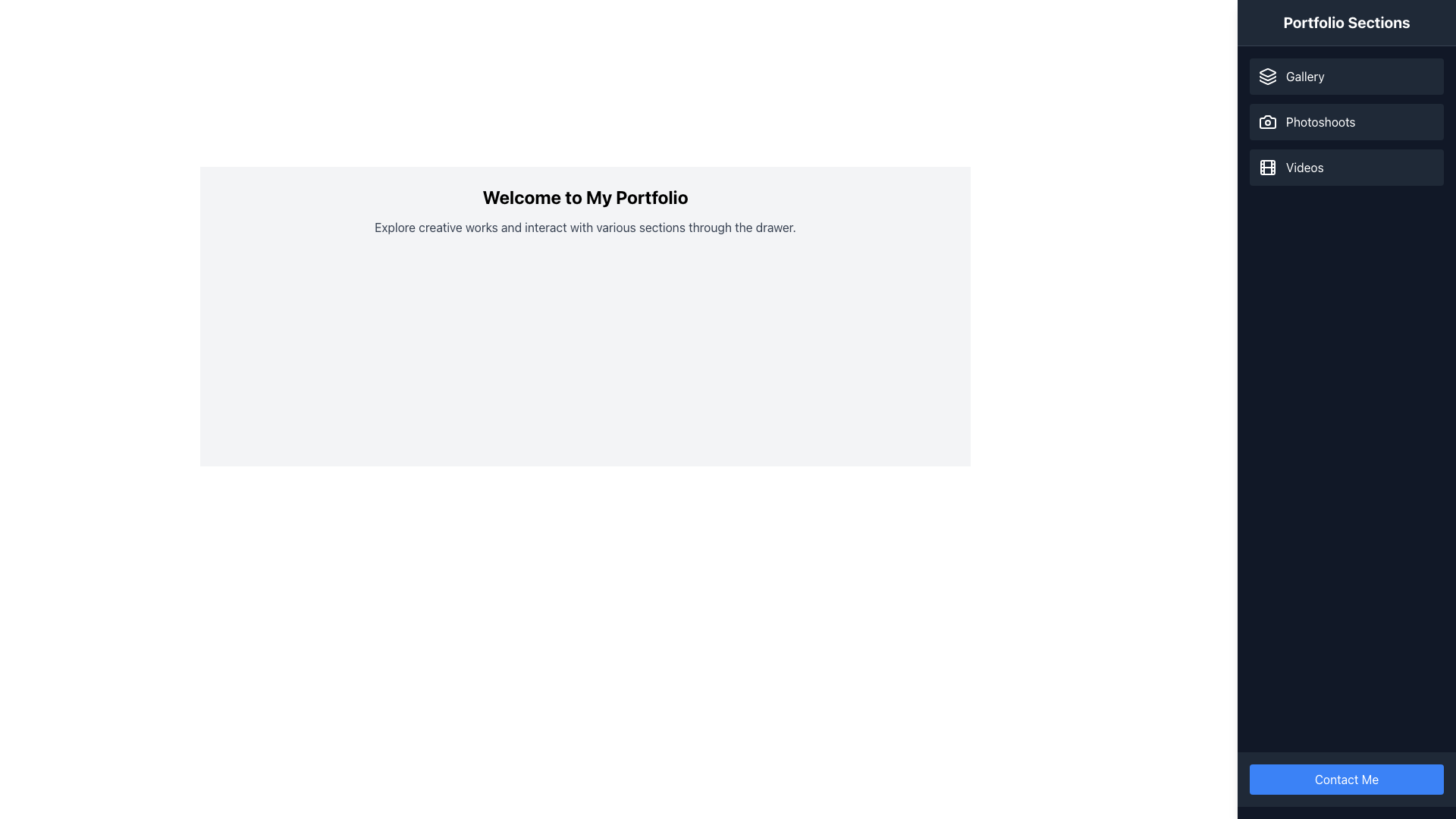 The height and width of the screenshot is (819, 1456). What do you see at coordinates (1347, 121) in the screenshot?
I see `the 'Photoshoots' button in the 'Portfolio Sections' vertical navigation bar` at bounding box center [1347, 121].